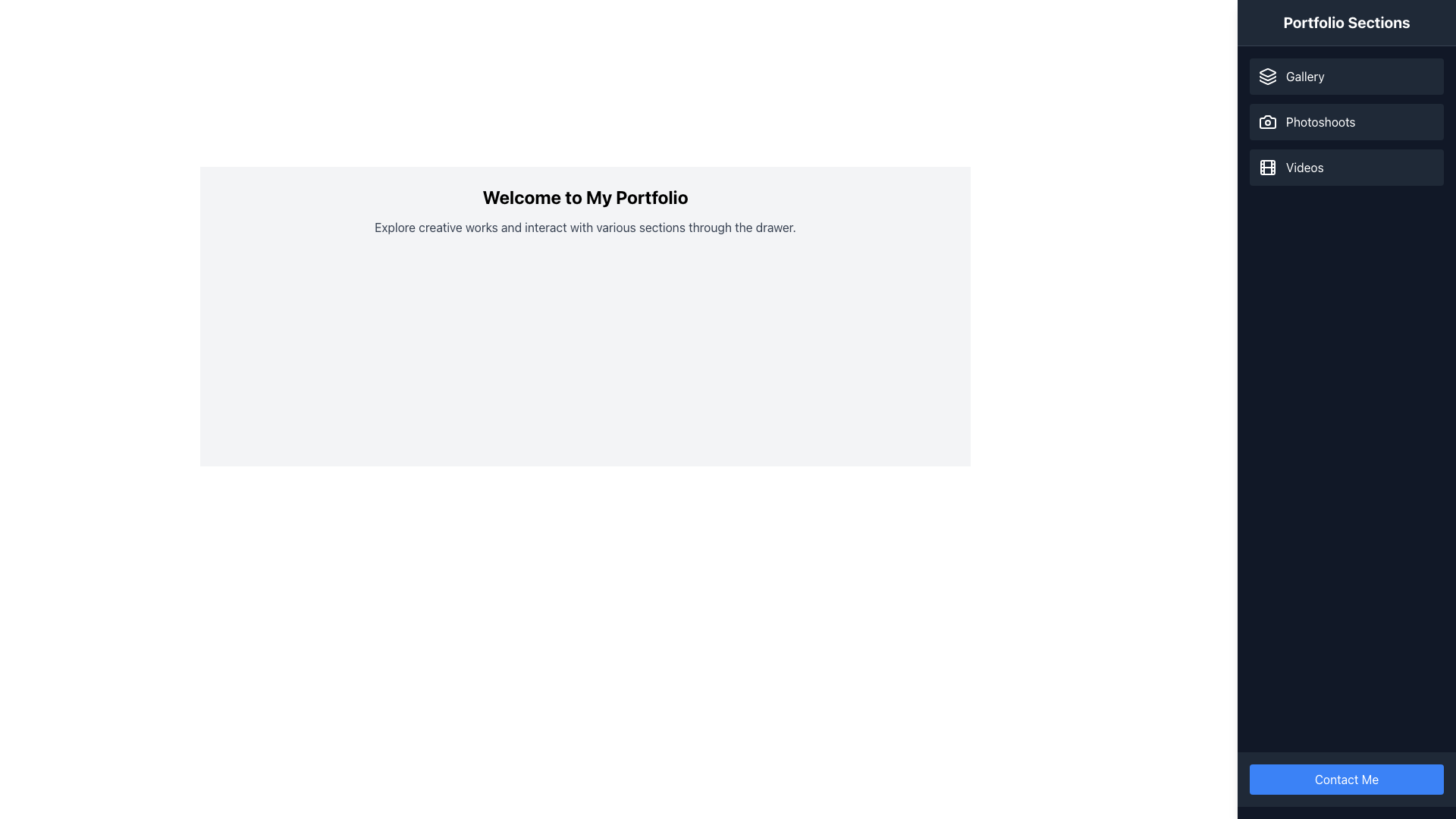 The height and width of the screenshot is (819, 1456). What do you see at coordinates (1347, 121) in the screenshot?
I see `the 'Photoshoots' button in the 'Portfolio Sections' vertical navigation bar` at bounding box center [1347, 121].